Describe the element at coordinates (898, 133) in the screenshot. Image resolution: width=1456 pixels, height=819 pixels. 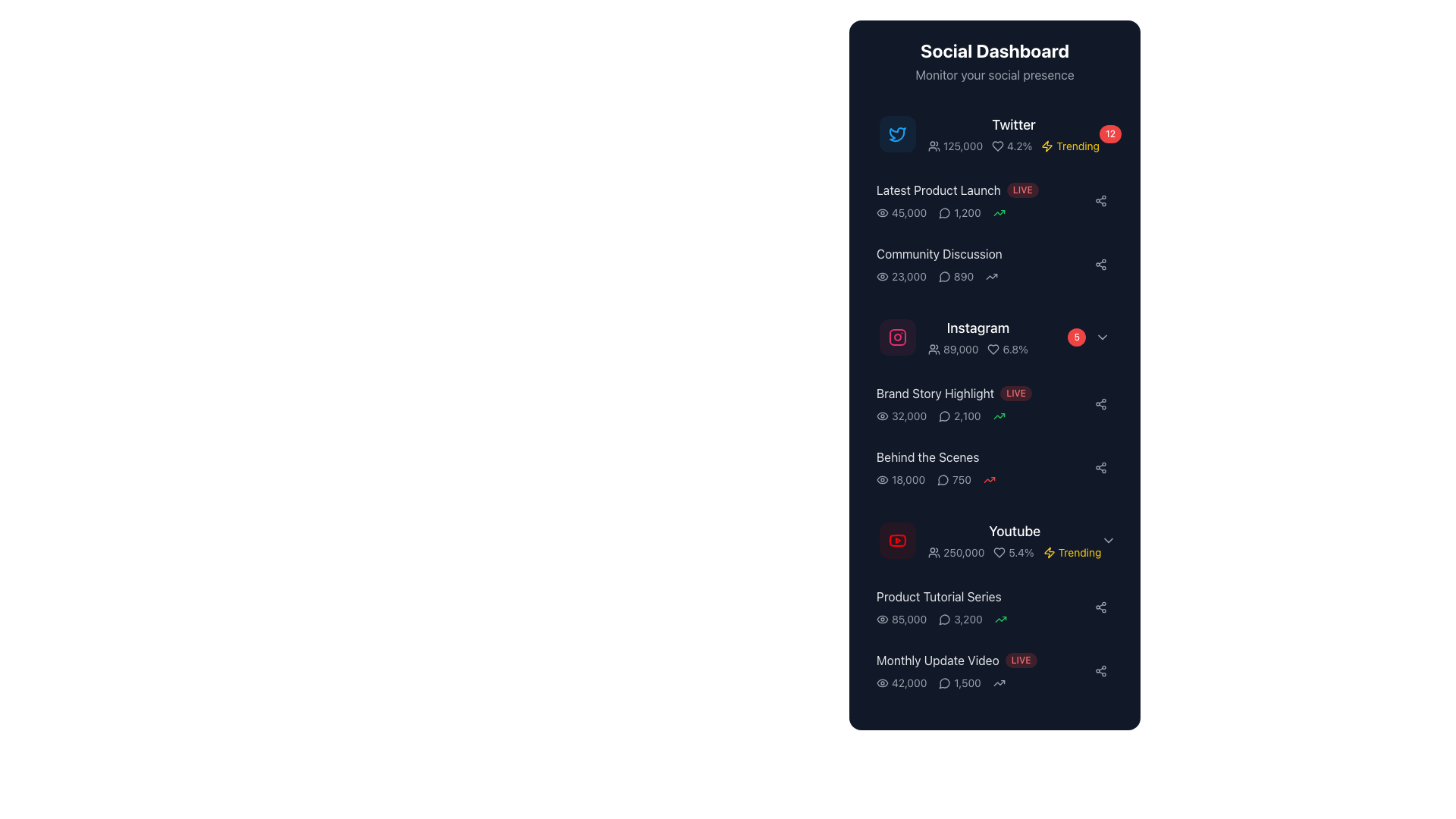
I see `the small Twitter logo, which is light blue and outlined, located in the top-left section of the social media logos list in the dashboard interface` at that location.